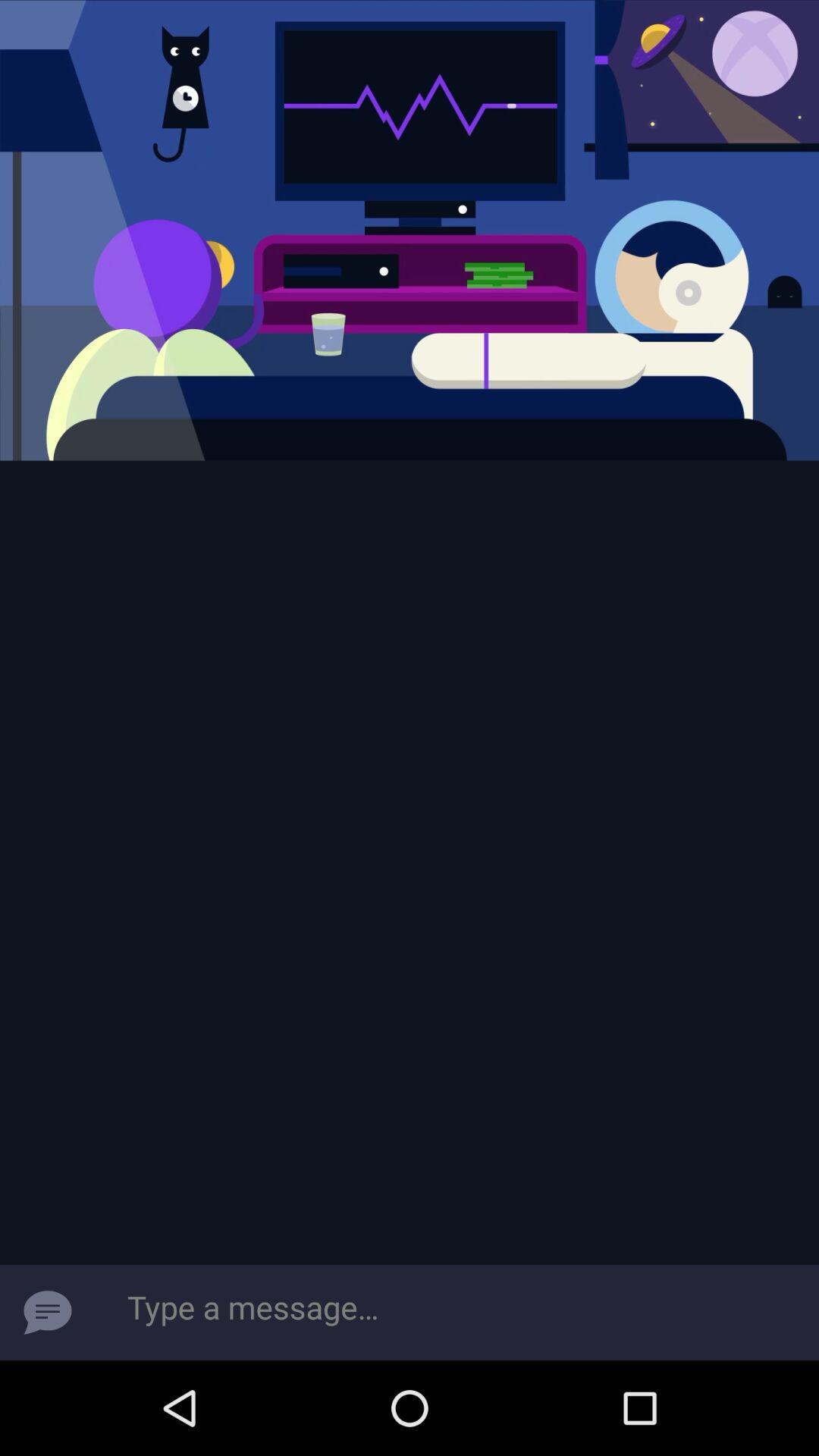  Describe the element at coordinates (46, 1312) in the screenshot. I see `the icon at the bottom left corner` at that location.